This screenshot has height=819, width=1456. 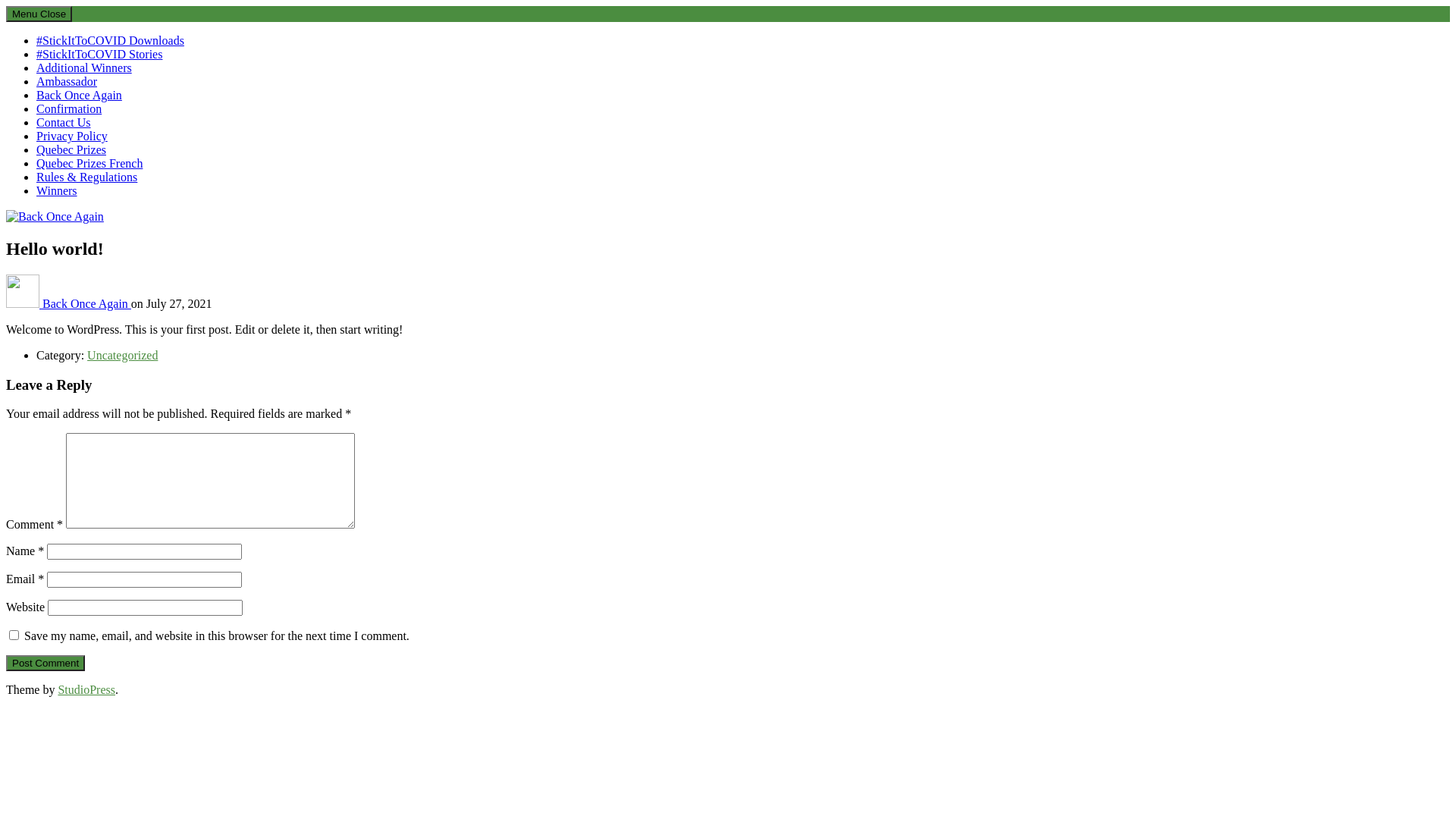 I want to click on 'Back Once Again', so click(x=78, y=95).